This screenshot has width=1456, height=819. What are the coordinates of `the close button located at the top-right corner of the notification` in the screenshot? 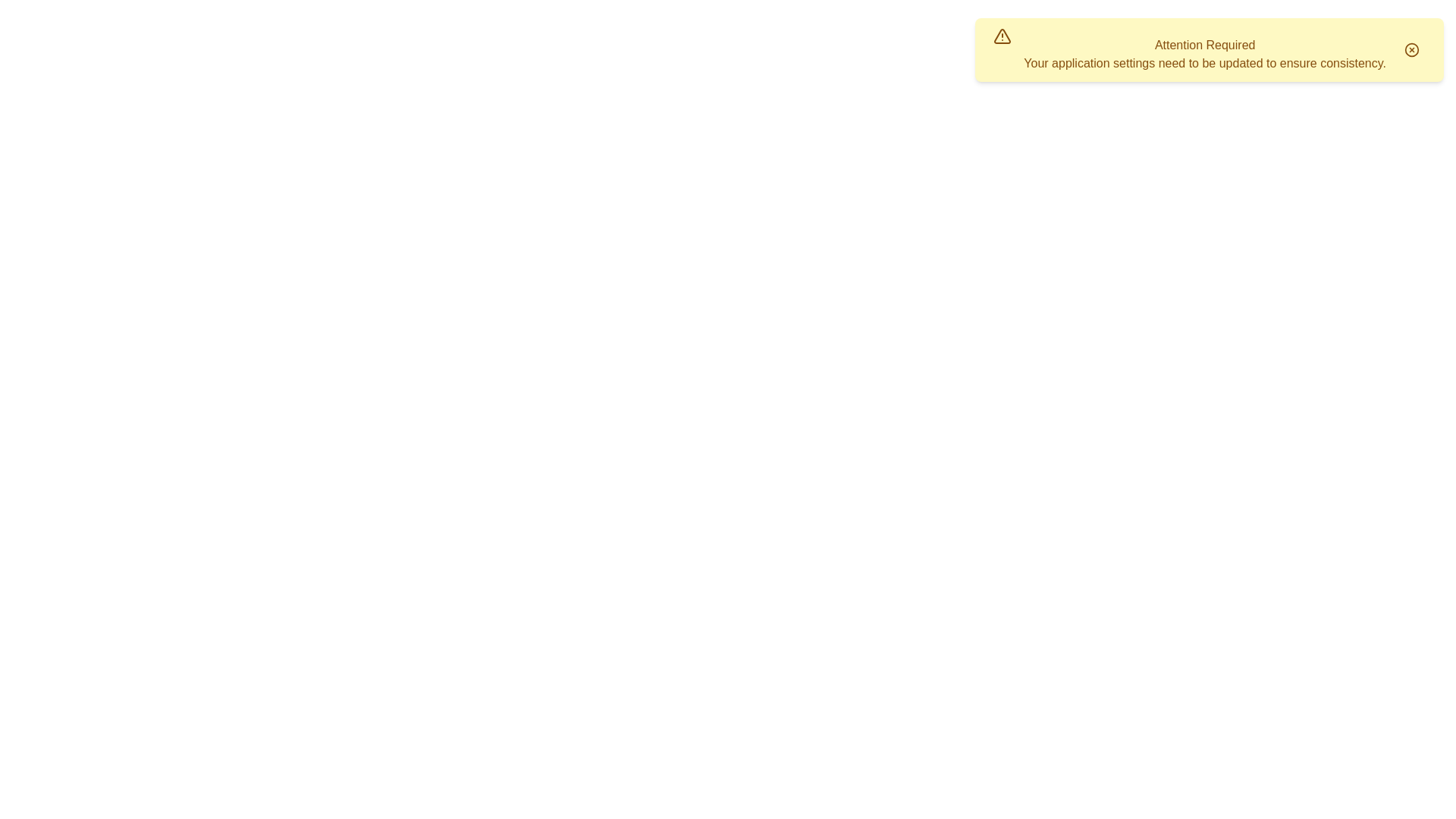 It's located at (1411, 49).